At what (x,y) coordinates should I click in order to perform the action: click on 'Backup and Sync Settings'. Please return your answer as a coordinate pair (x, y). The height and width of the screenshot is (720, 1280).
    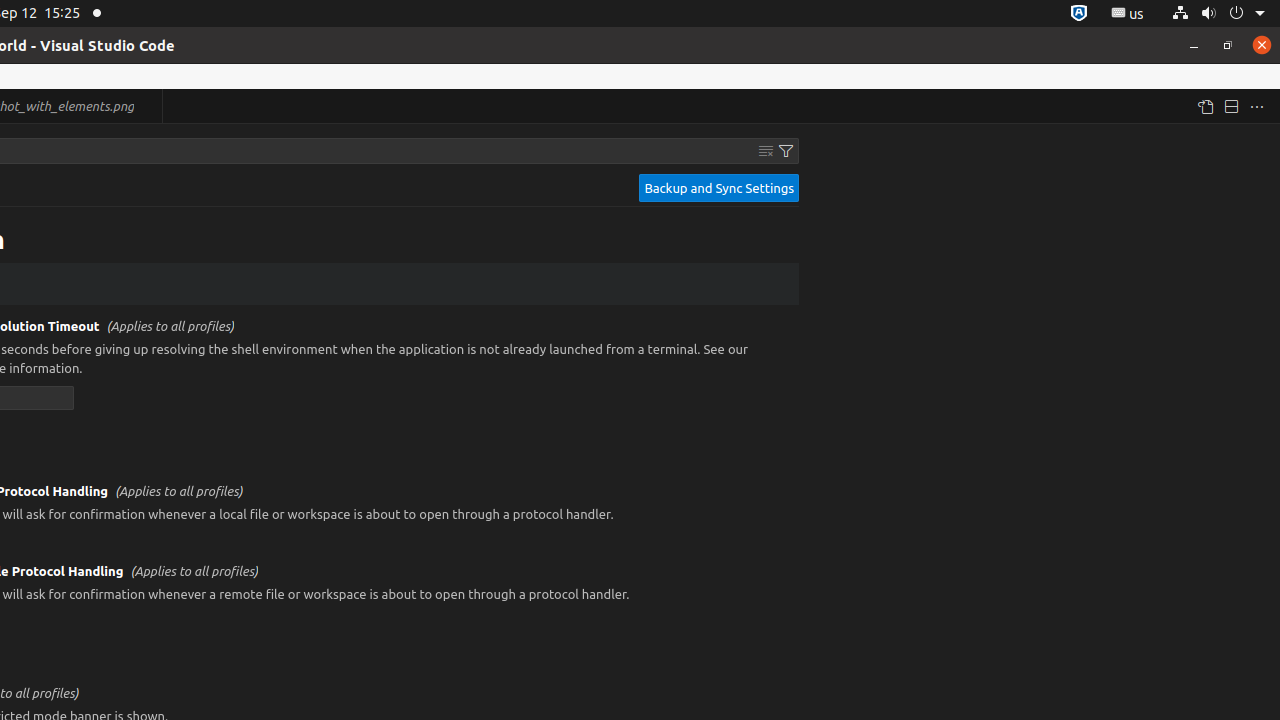
    Looking at the image, I should click on (718, 187).